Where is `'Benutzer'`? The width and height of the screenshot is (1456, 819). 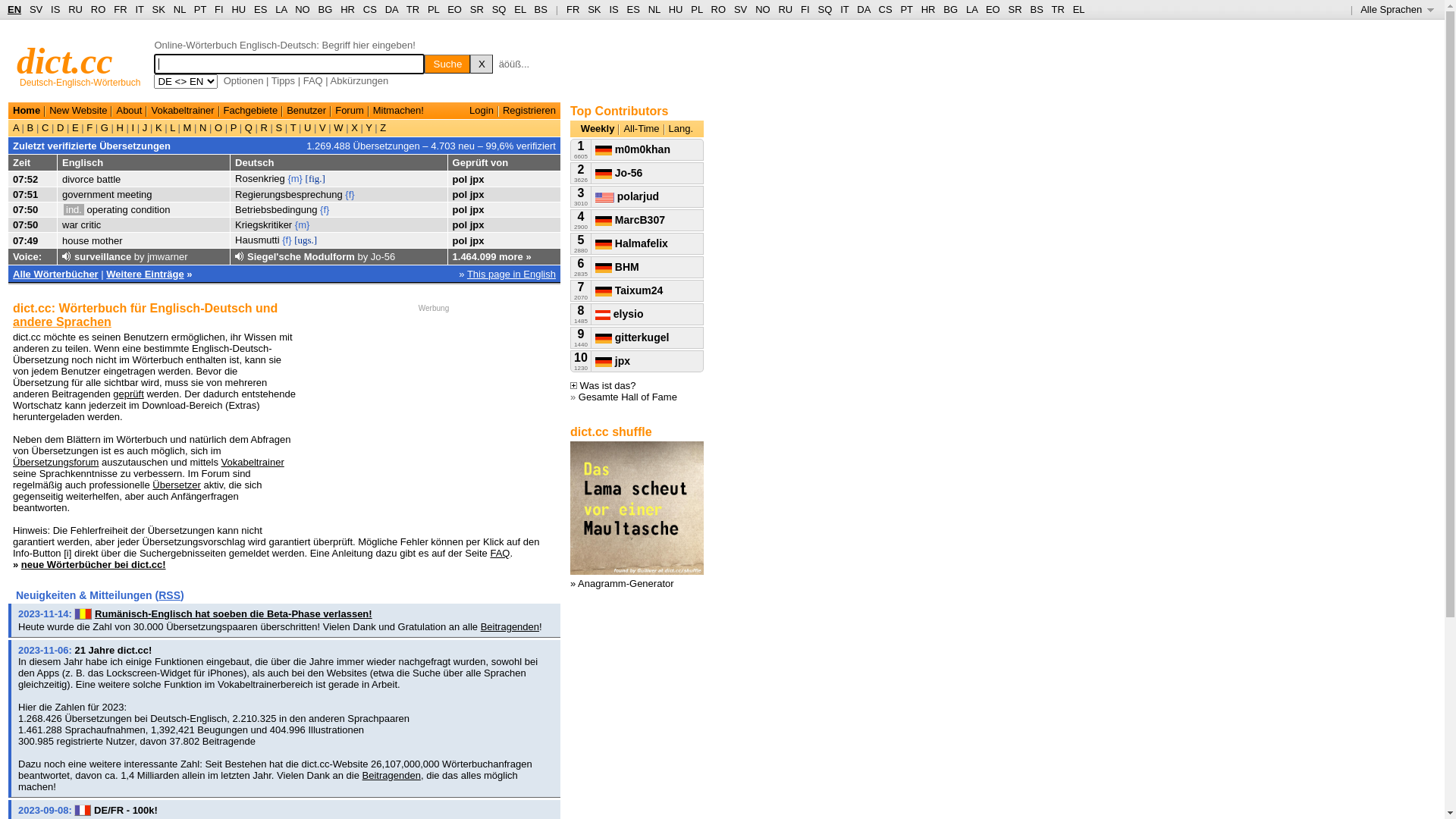
'Benutzer' is located at coordinates (305, 109).